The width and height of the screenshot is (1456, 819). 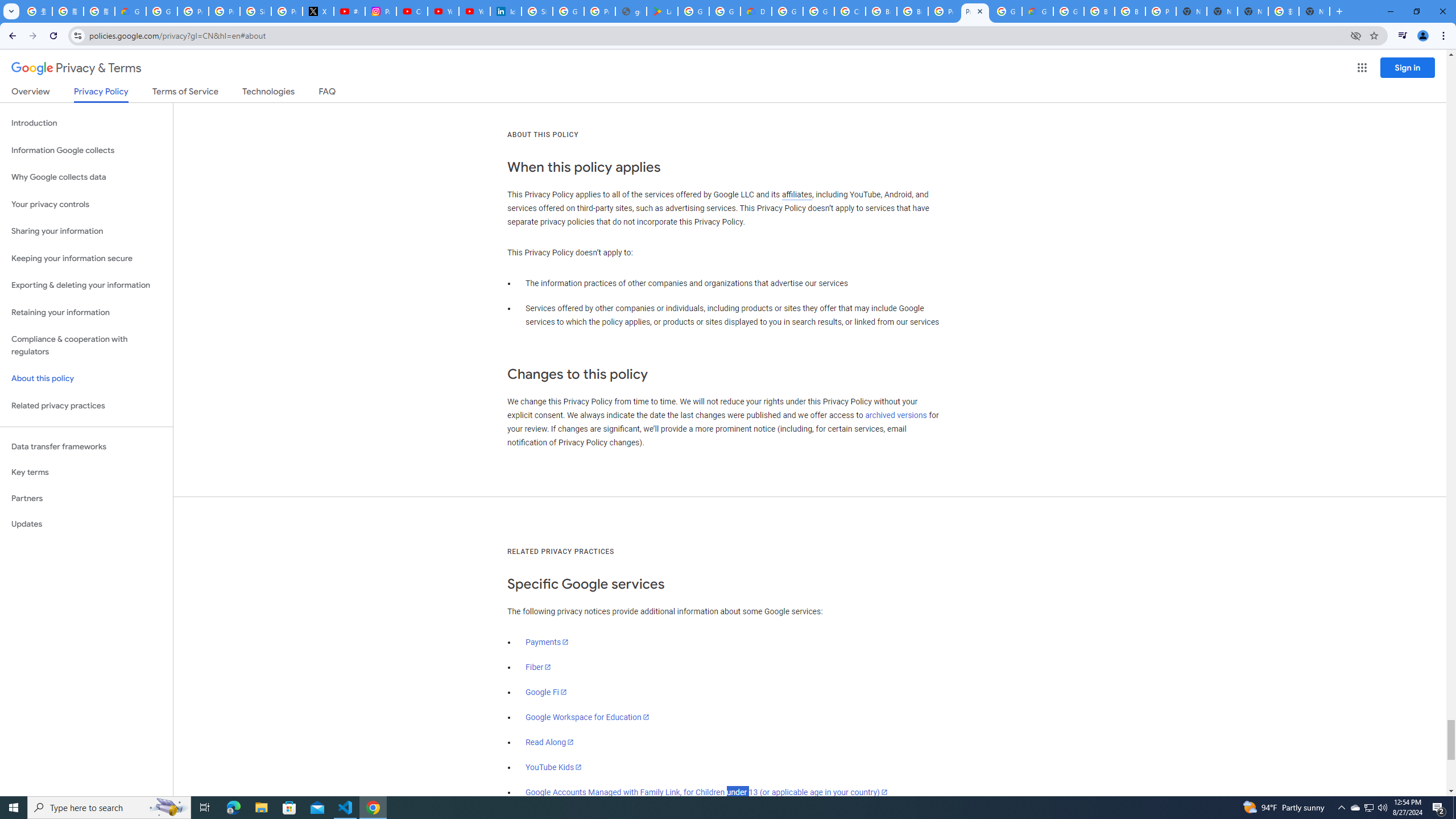 I want to click on 'Google Cloud Estimate Summary', so click(x=1037, y=11).